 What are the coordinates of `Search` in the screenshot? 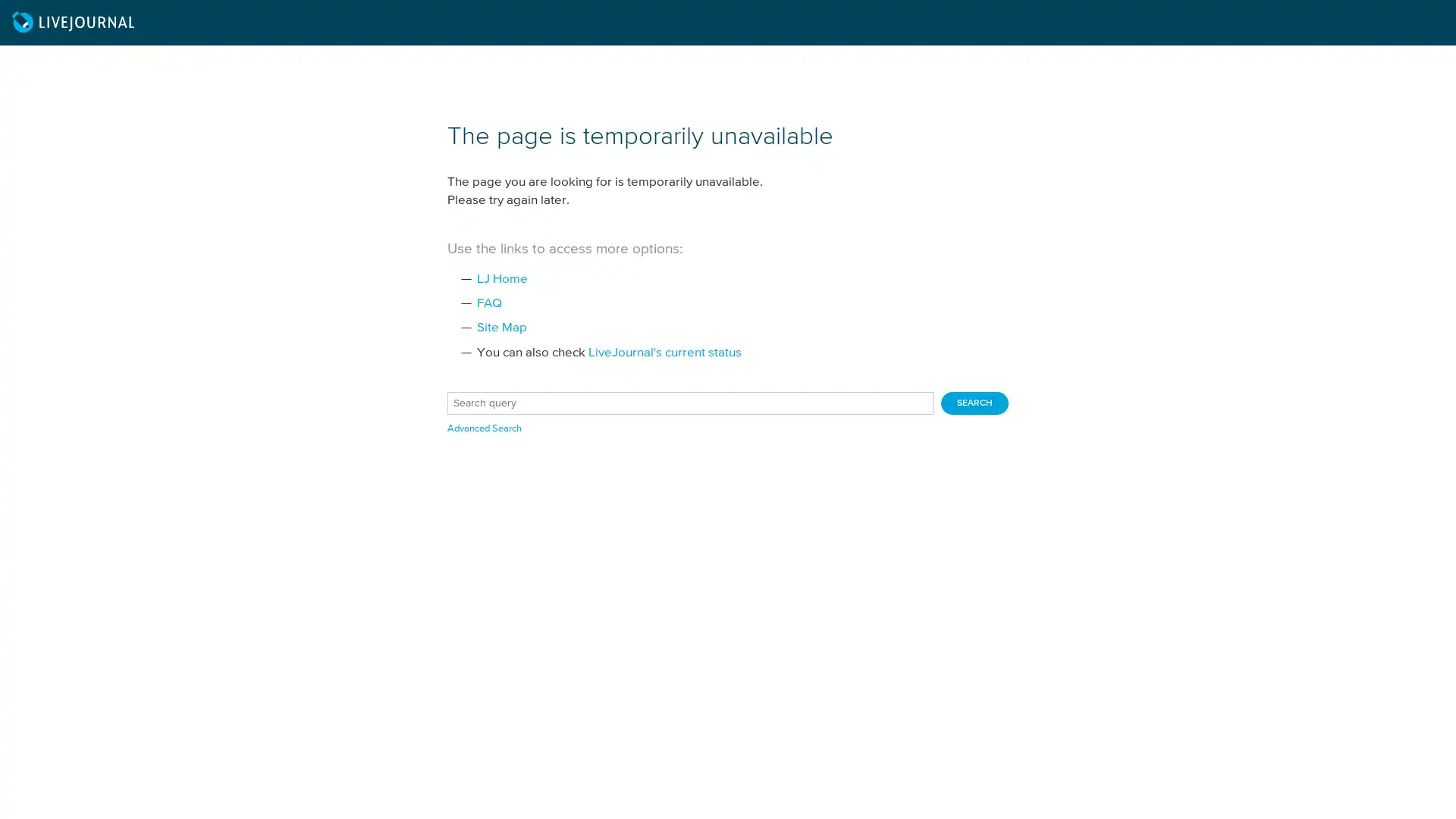 It's located at (974, 403).